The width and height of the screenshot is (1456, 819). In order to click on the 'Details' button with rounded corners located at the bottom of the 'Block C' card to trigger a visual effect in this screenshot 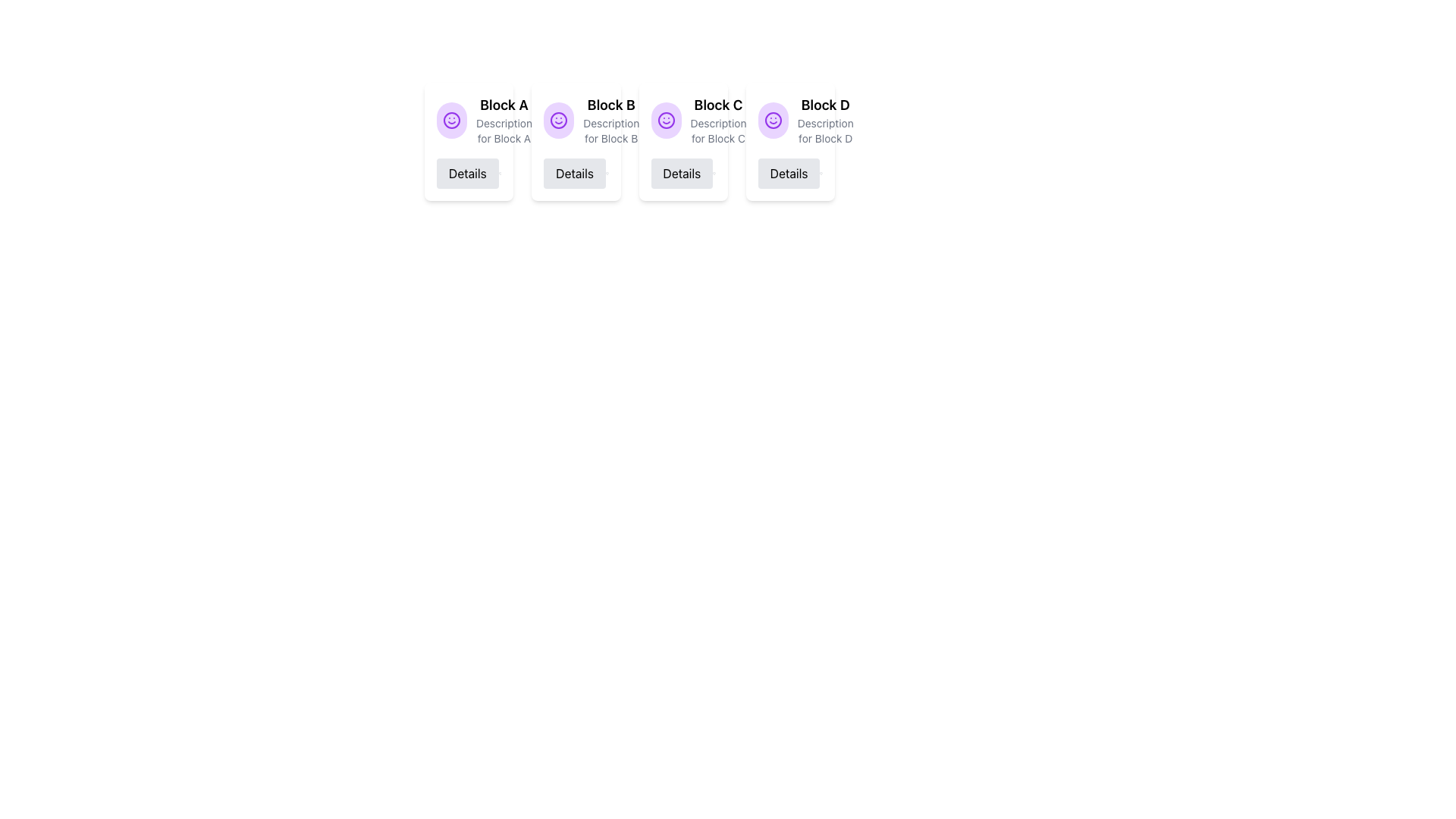, I will do `click(682, 172)`.